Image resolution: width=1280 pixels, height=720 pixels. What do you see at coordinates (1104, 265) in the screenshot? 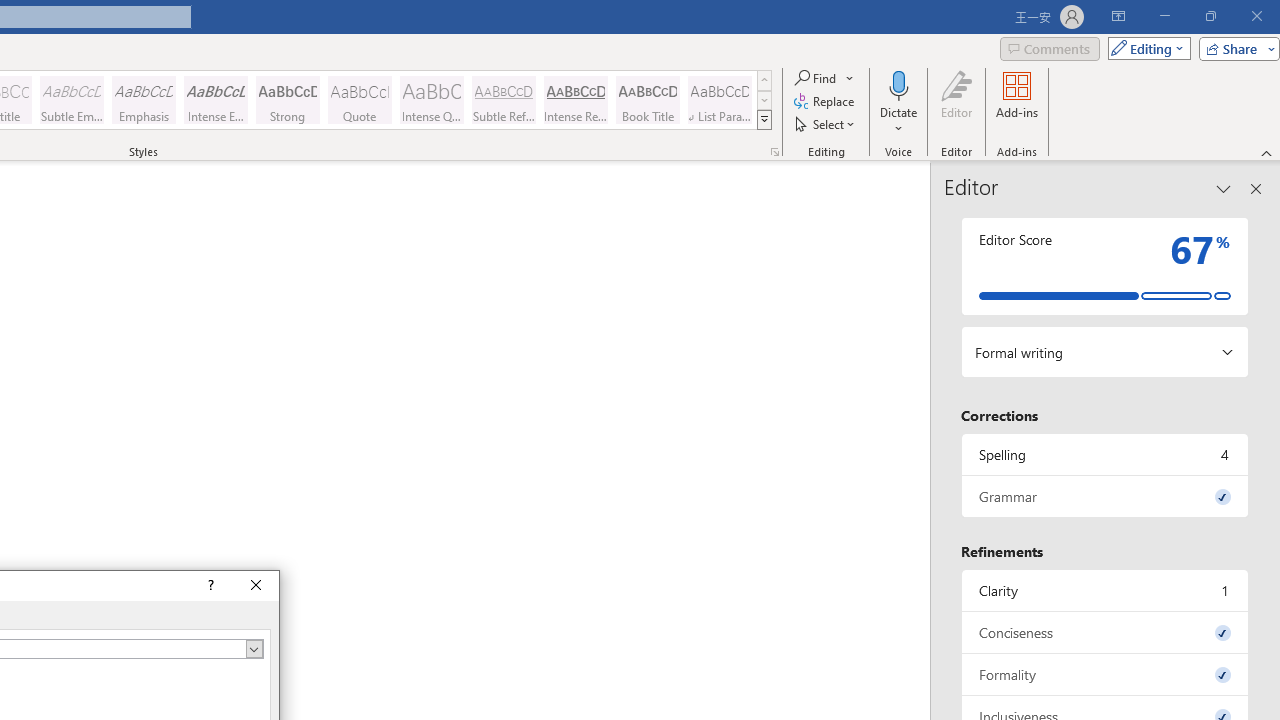
I see `'Editor Score 67%'` at bounding box center [1104, 265].